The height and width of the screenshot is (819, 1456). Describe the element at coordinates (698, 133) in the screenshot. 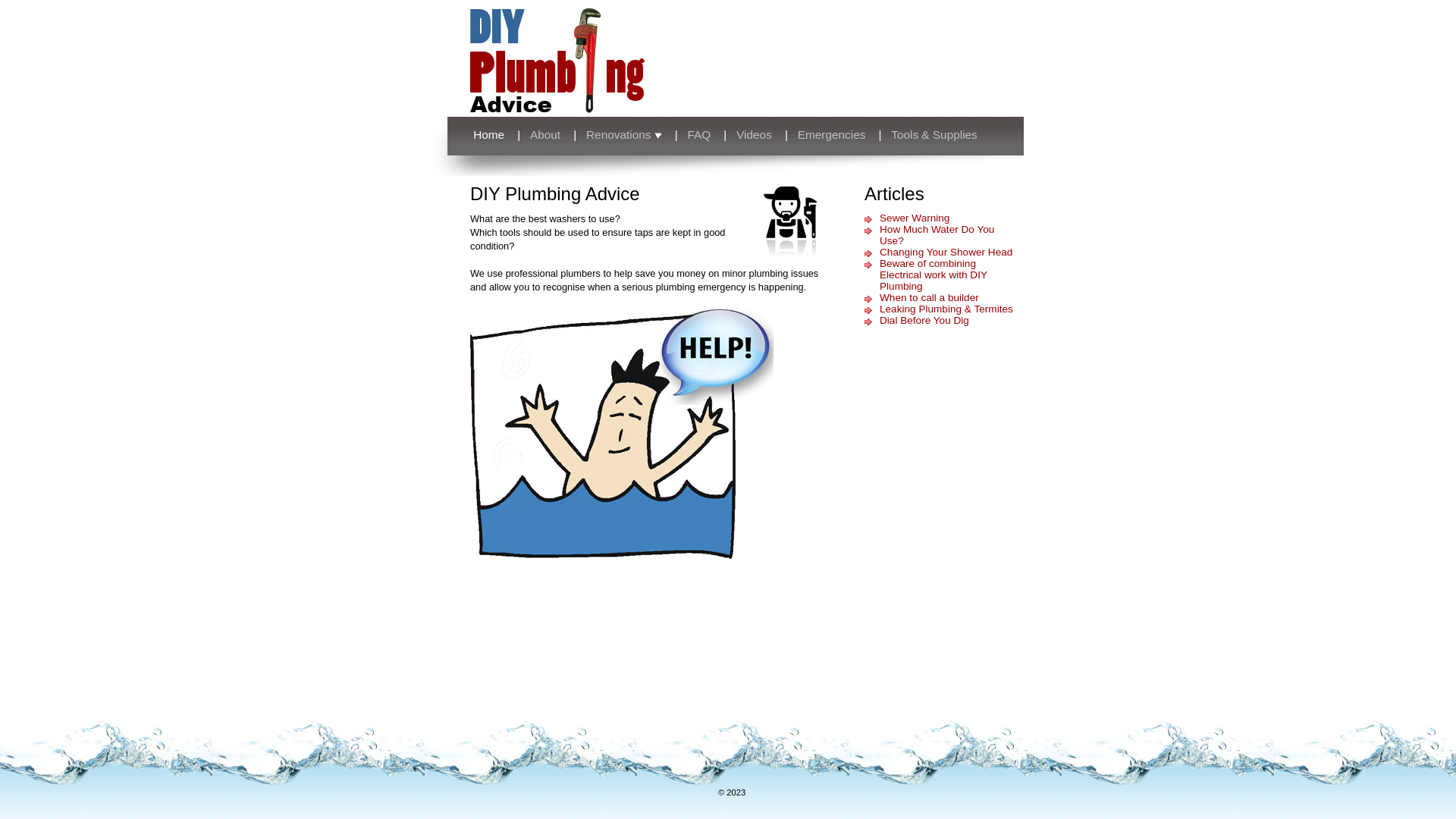

I see `'FAQ'` at that location.